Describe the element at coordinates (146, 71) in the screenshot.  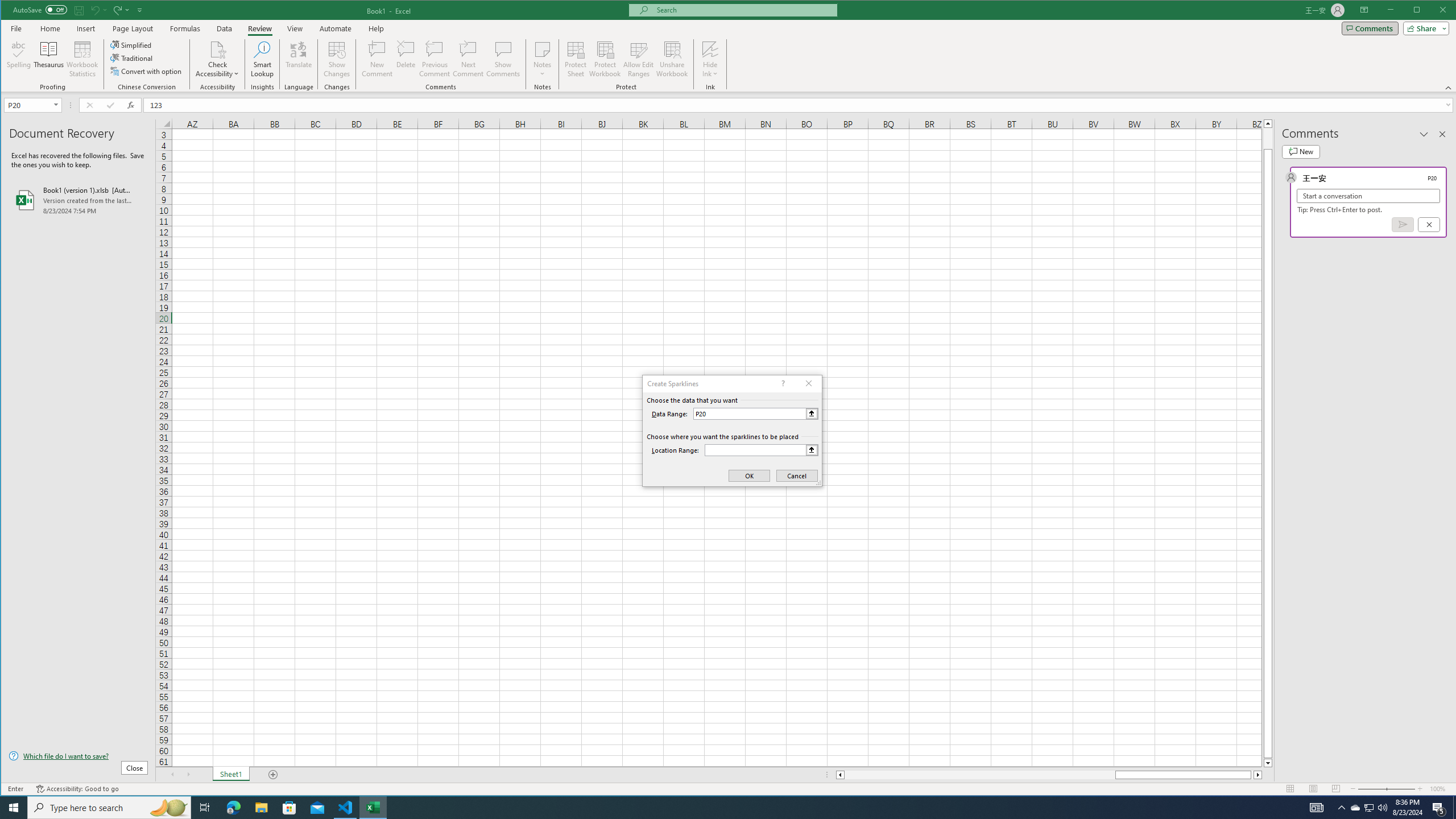
I see `'Convert with option'` at that location.